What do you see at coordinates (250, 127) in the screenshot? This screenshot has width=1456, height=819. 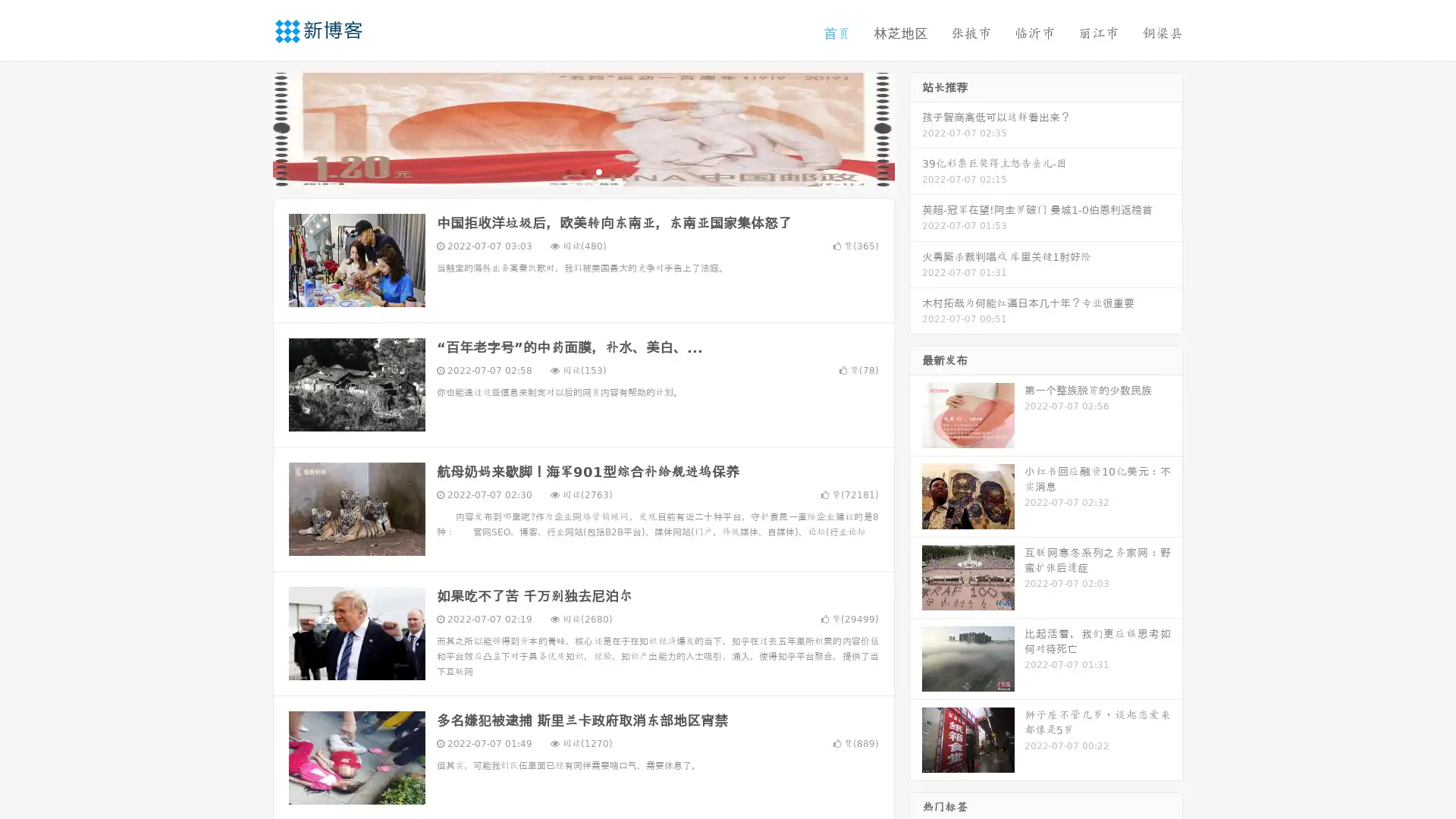 I see `Previous slide` at bounding box center [250, 127].